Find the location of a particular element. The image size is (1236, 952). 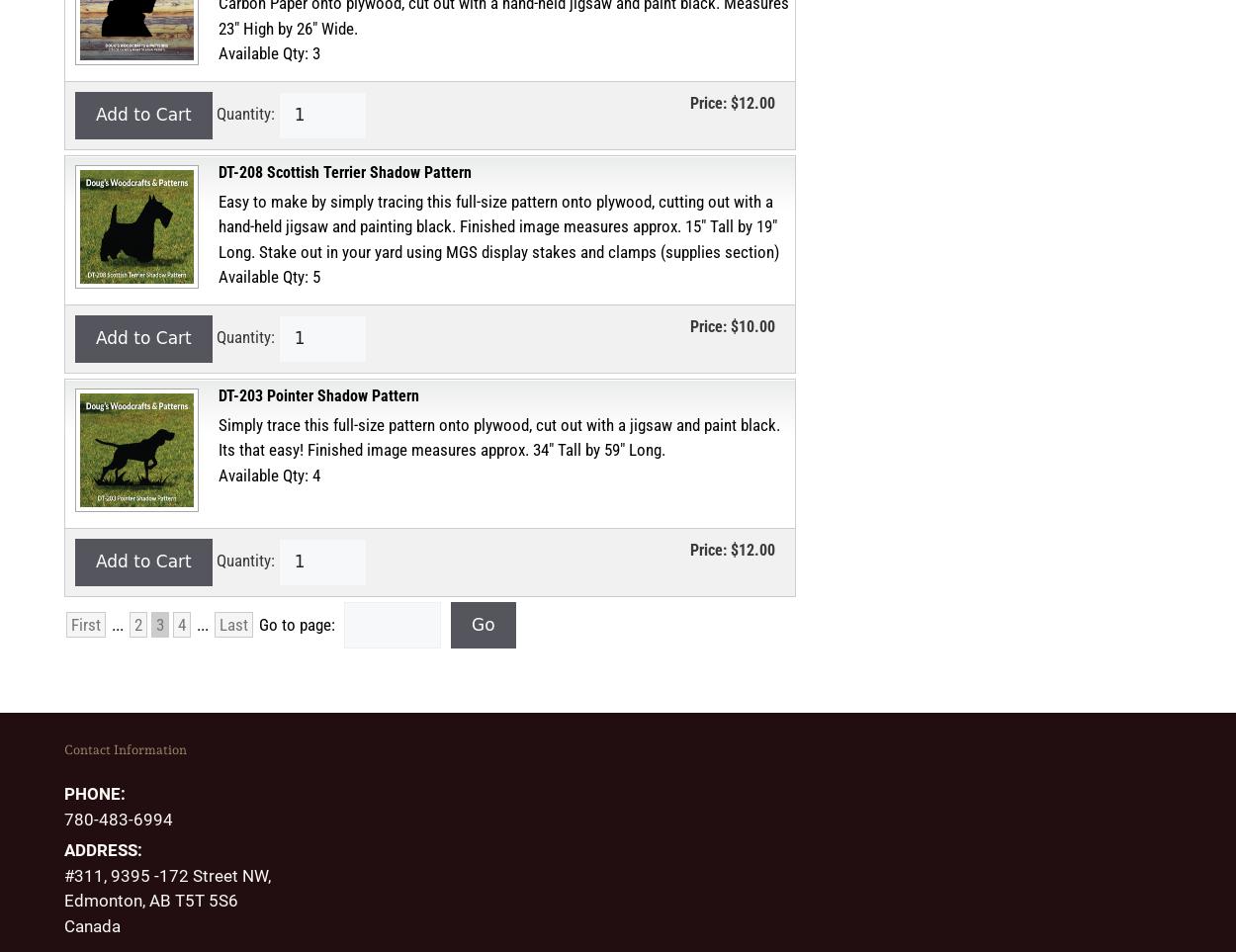

'Available Qty: 3' is located at coordinates (269, 53).